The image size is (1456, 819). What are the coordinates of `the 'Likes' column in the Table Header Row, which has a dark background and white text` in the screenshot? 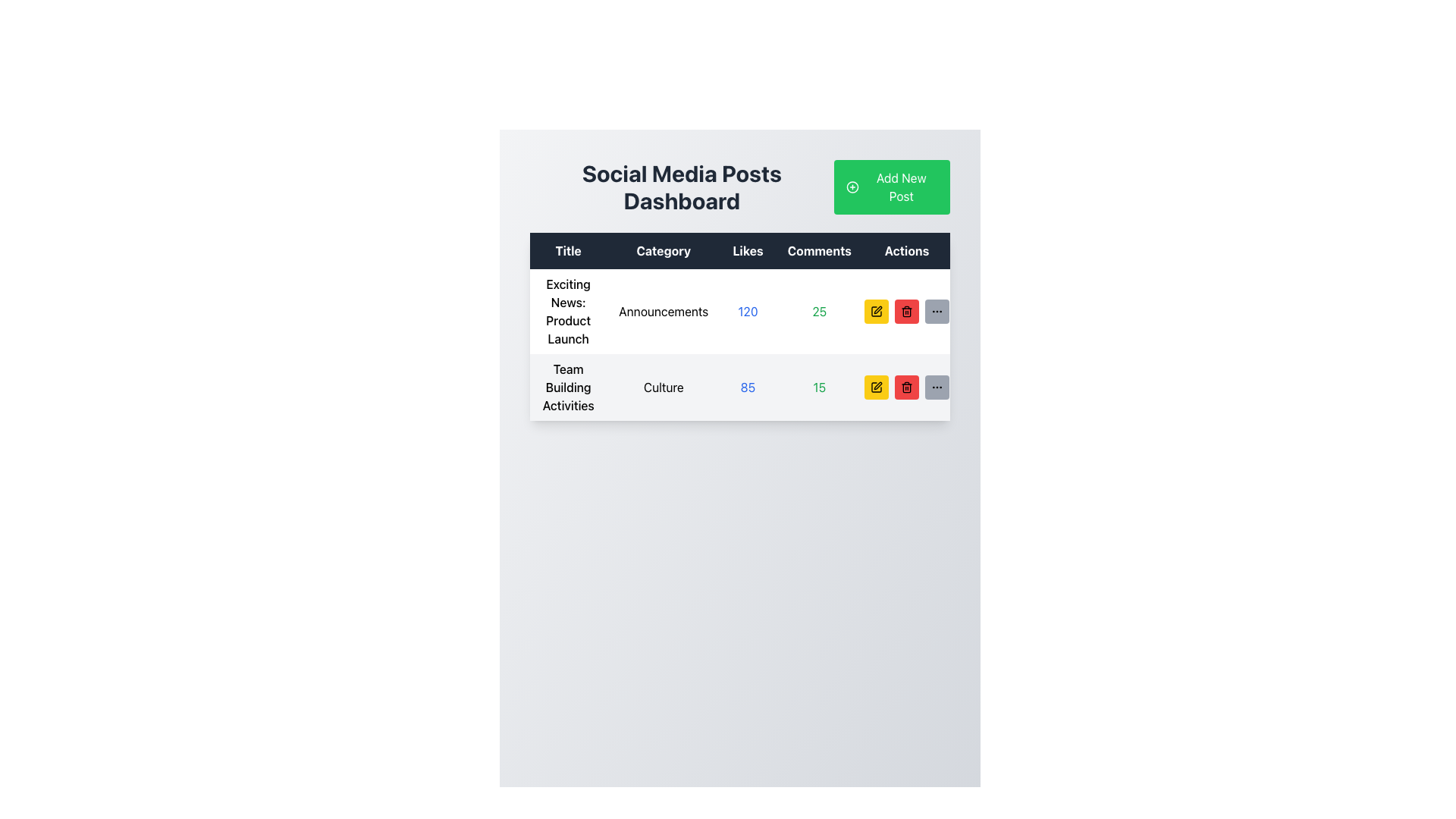 It's located at (739, 250).